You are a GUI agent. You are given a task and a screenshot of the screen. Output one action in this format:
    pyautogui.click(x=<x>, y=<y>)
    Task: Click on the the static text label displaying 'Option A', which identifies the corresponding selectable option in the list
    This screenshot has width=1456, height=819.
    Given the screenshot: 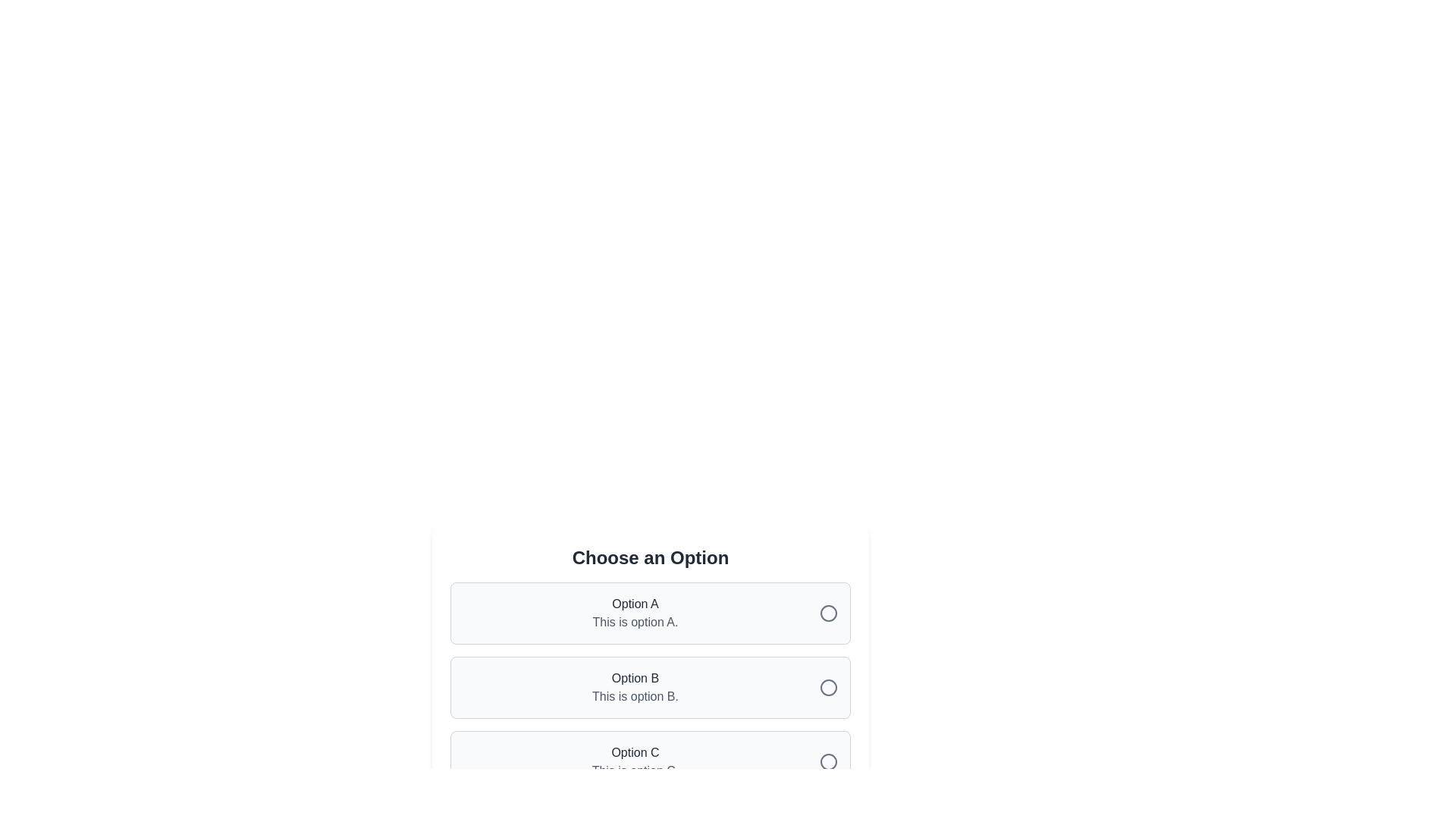 What is the action you would take?
    pyautogui.click(x=635, y=604)
    